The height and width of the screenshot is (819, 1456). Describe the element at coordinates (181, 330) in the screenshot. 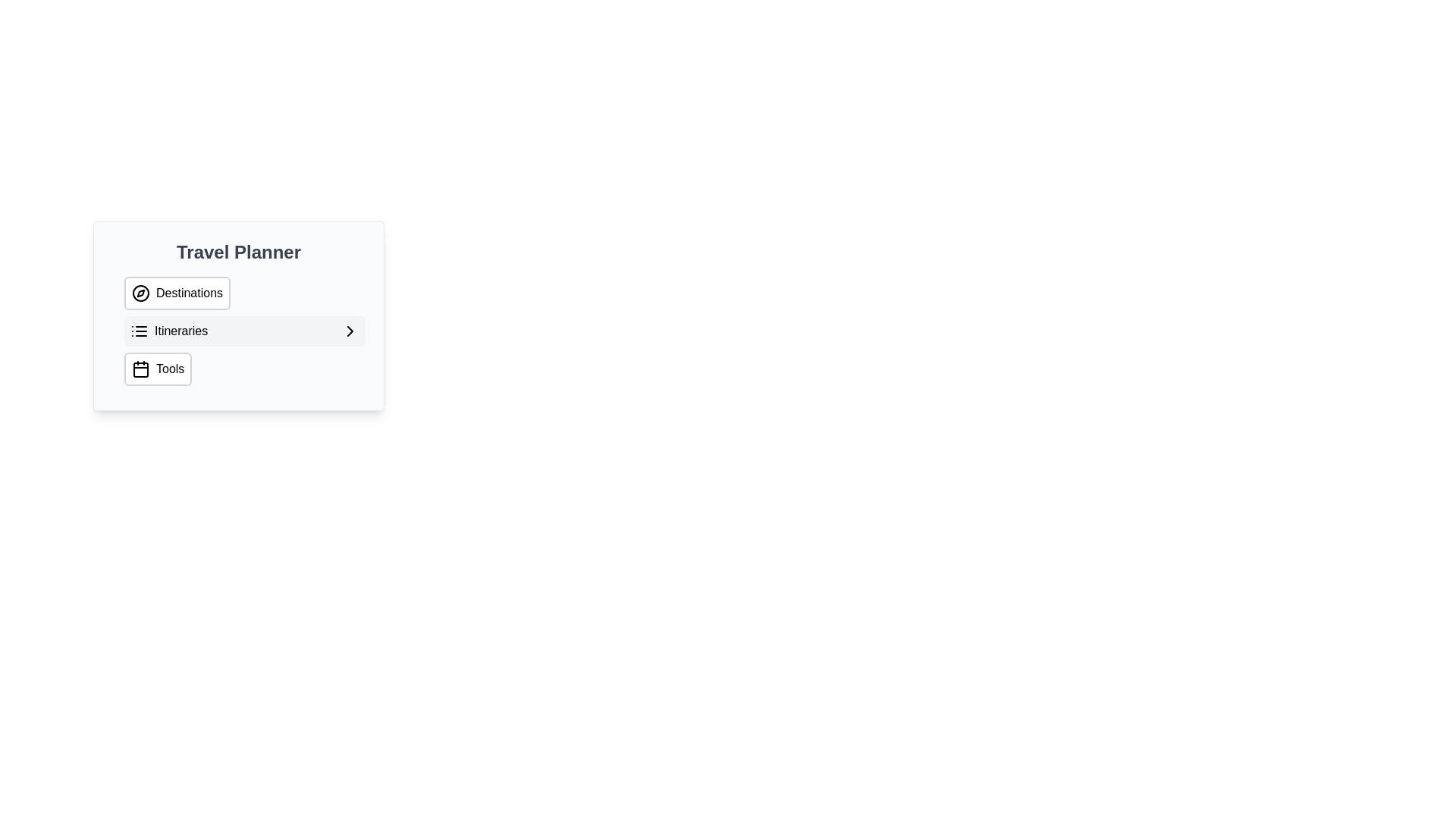

I see `the 'Itineraries' text label` at that location.